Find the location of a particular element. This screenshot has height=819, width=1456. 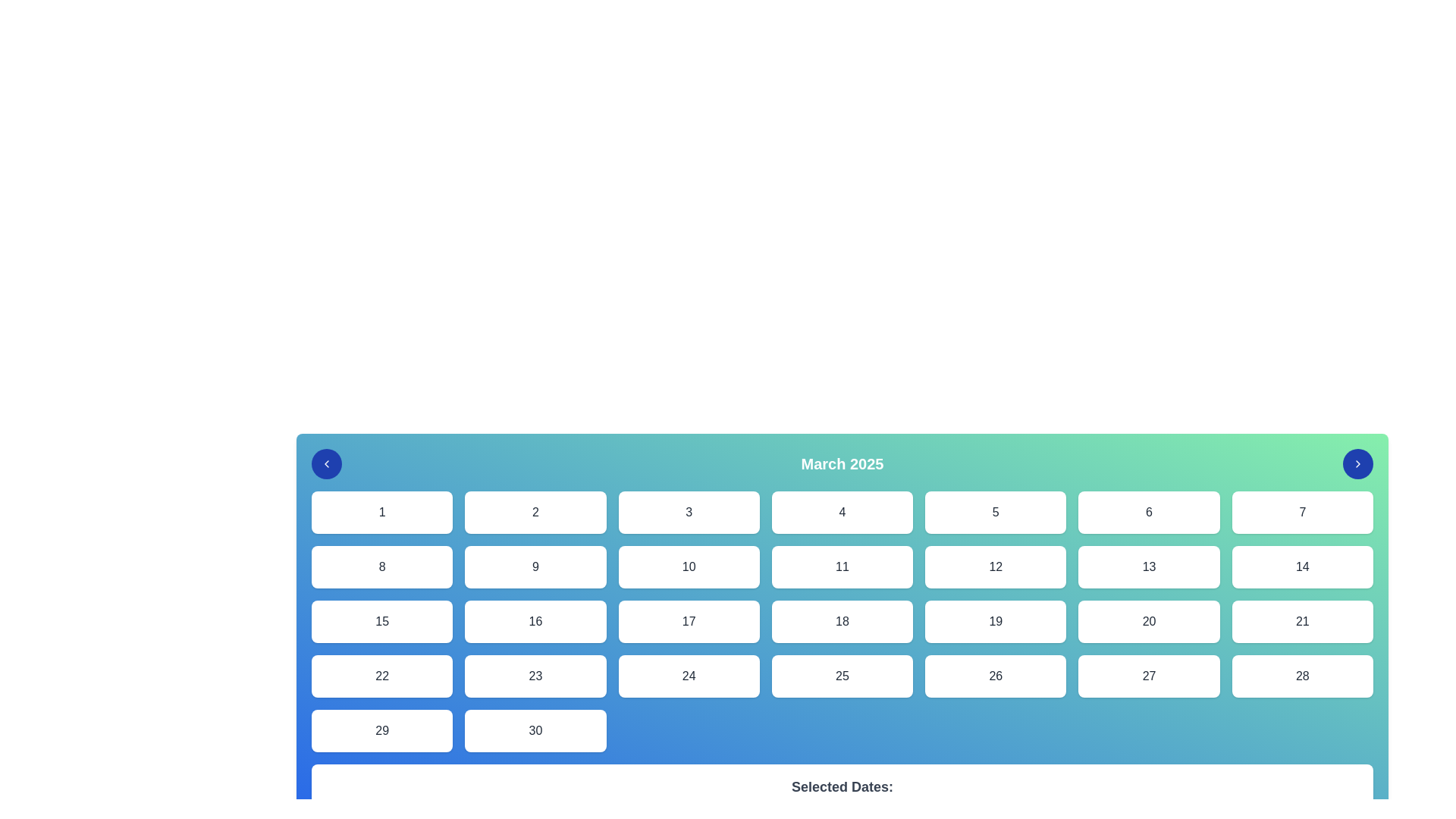

the button labeled '16' located in the fourth row and second column of the calendar grid for March 2025 to enable keyboard navigation is located at coordinates (535, 622).